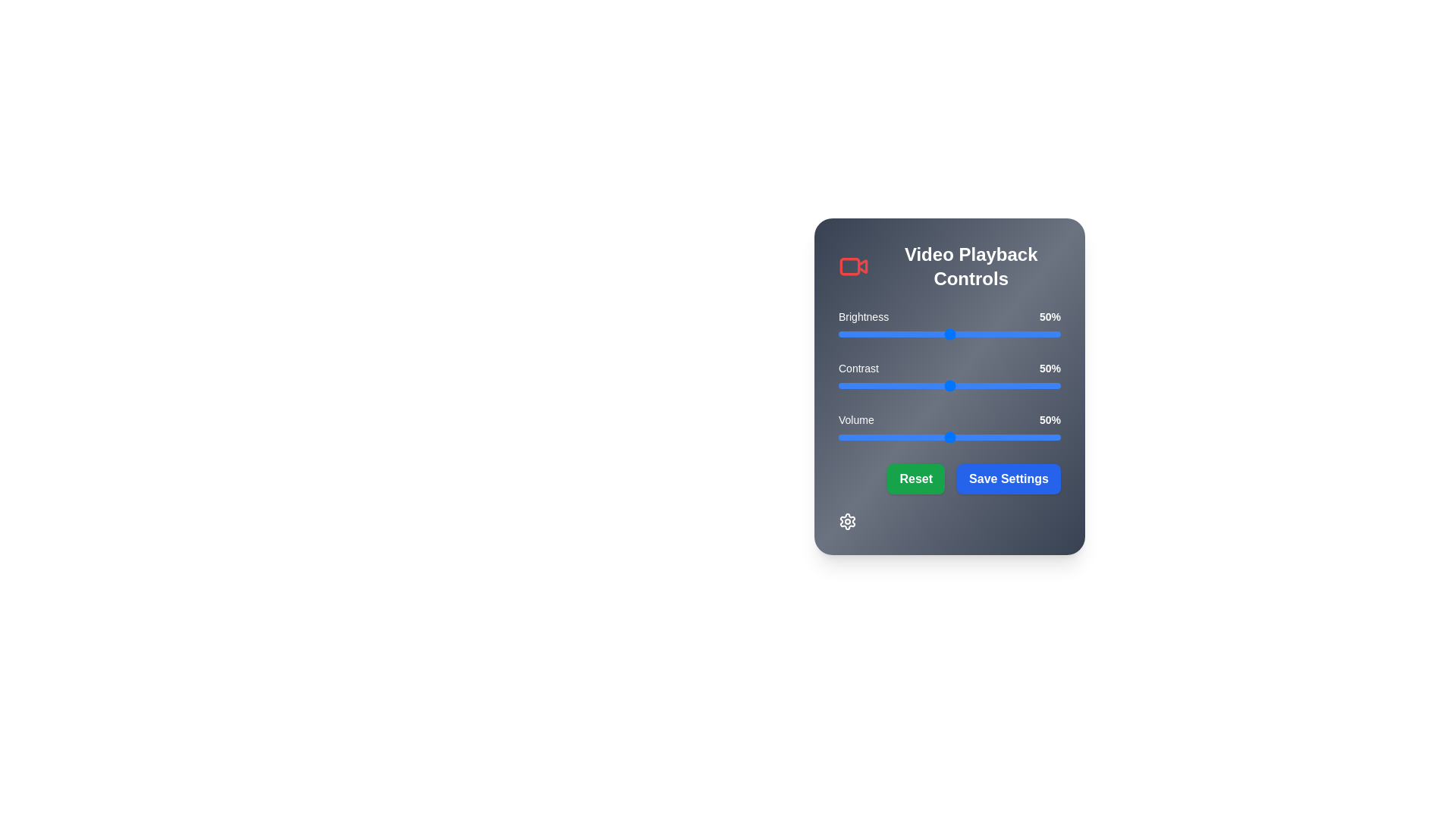  I want to click on the 'Reset' button with a green background located in the button group at the bottom right of the 'Video Playback Controls' card, which is situated below the sliders for 'Brightness', 'Contrast', and 'Volume', so click(949, 479).